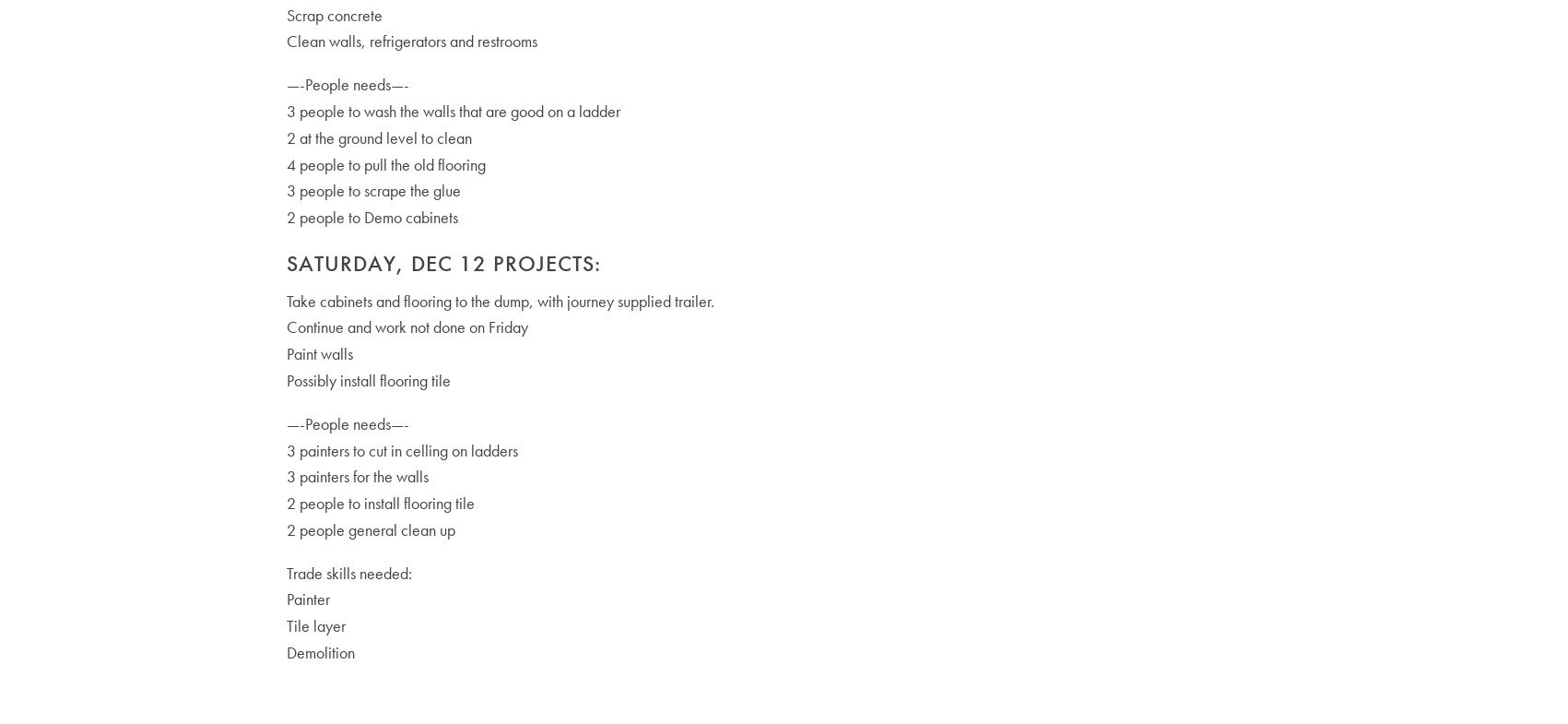  I want to click on '3 people to wash the walls that are good on a ladder', so click(453, 109).